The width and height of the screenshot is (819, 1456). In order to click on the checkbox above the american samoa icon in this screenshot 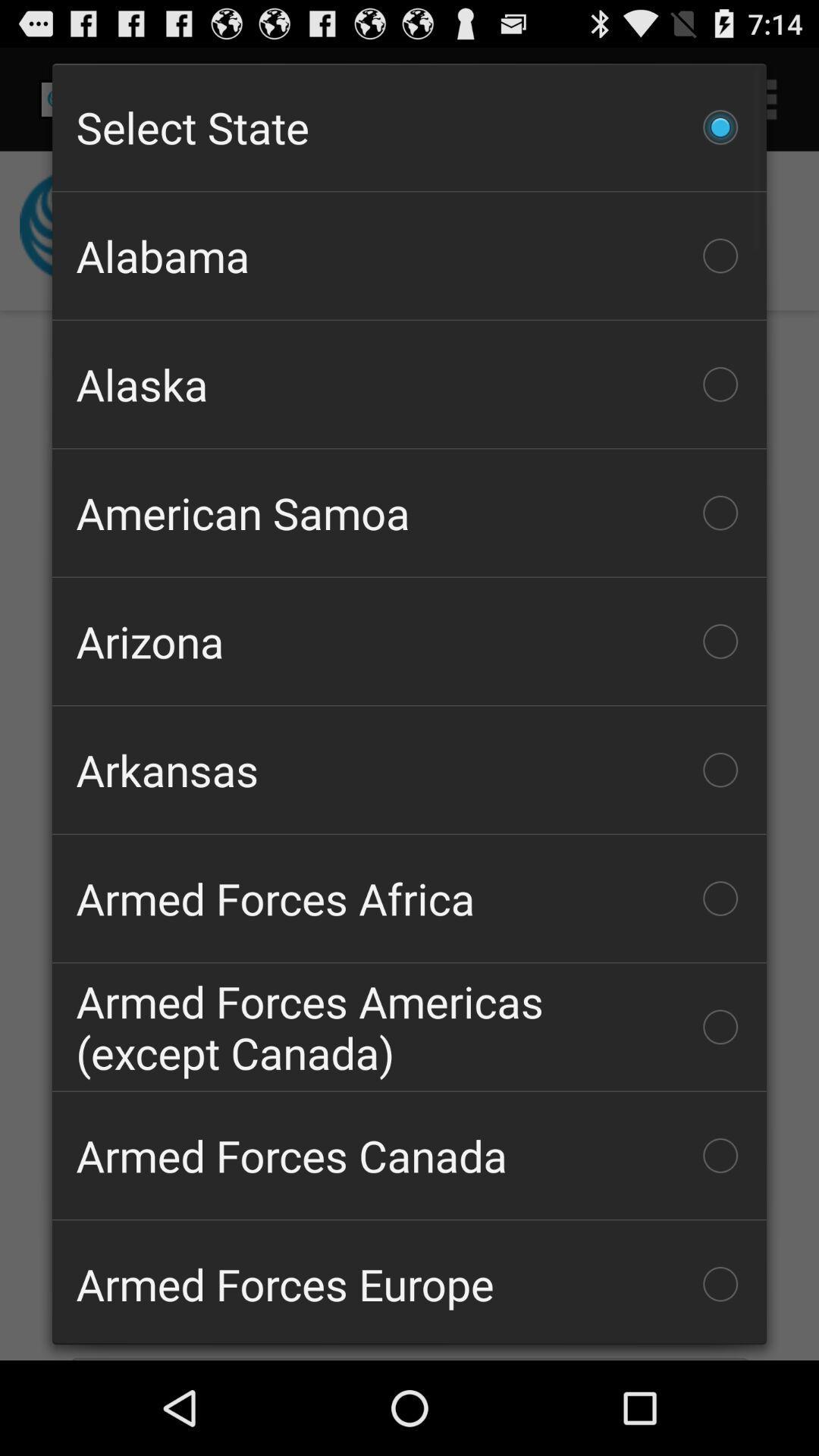, I will do `click(409, 384)`.